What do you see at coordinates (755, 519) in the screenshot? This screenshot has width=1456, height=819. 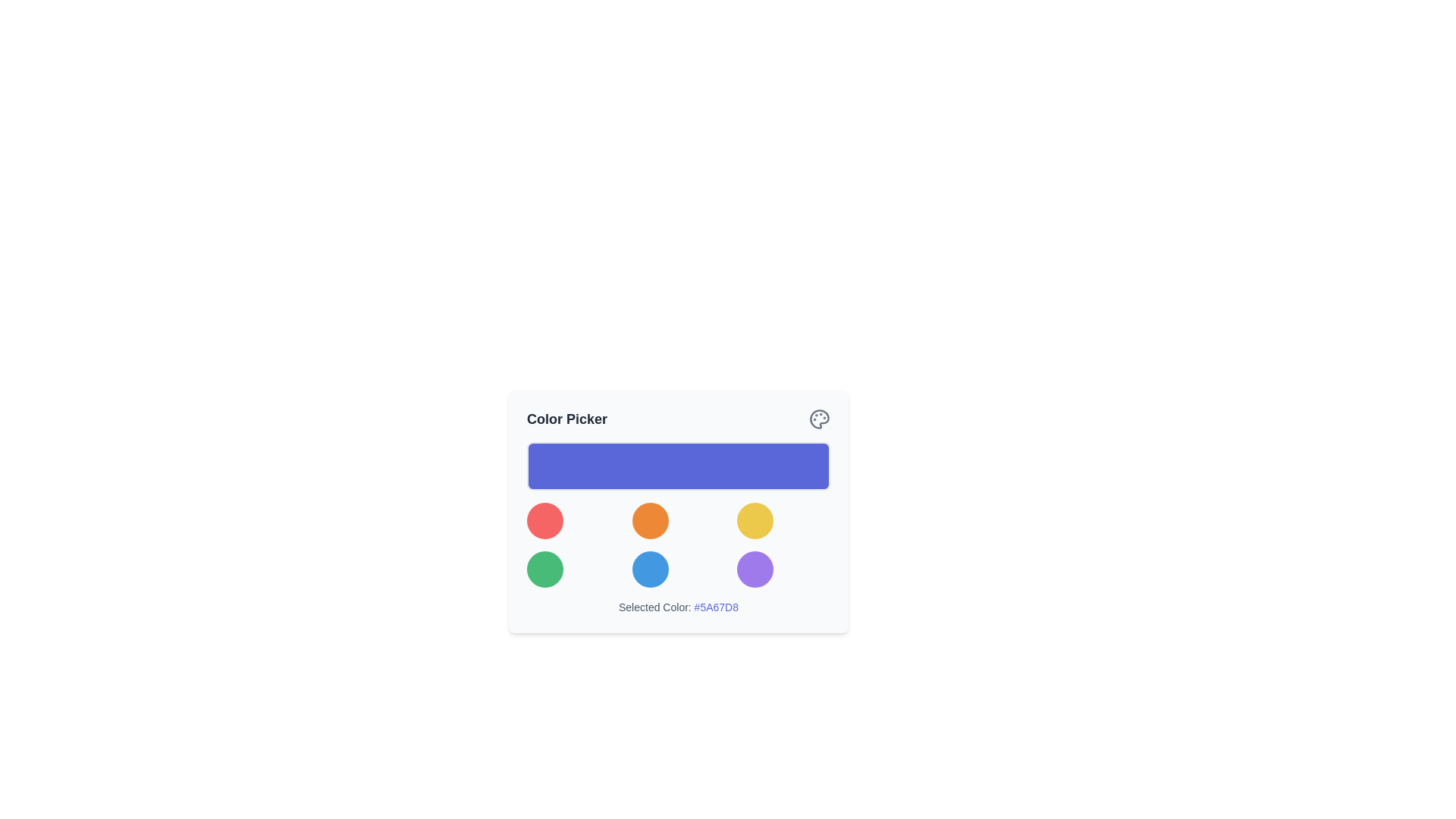 I see `the circular interactive button located in the top-right corner for selecting the yellow color` at bounding box center [755, 519].